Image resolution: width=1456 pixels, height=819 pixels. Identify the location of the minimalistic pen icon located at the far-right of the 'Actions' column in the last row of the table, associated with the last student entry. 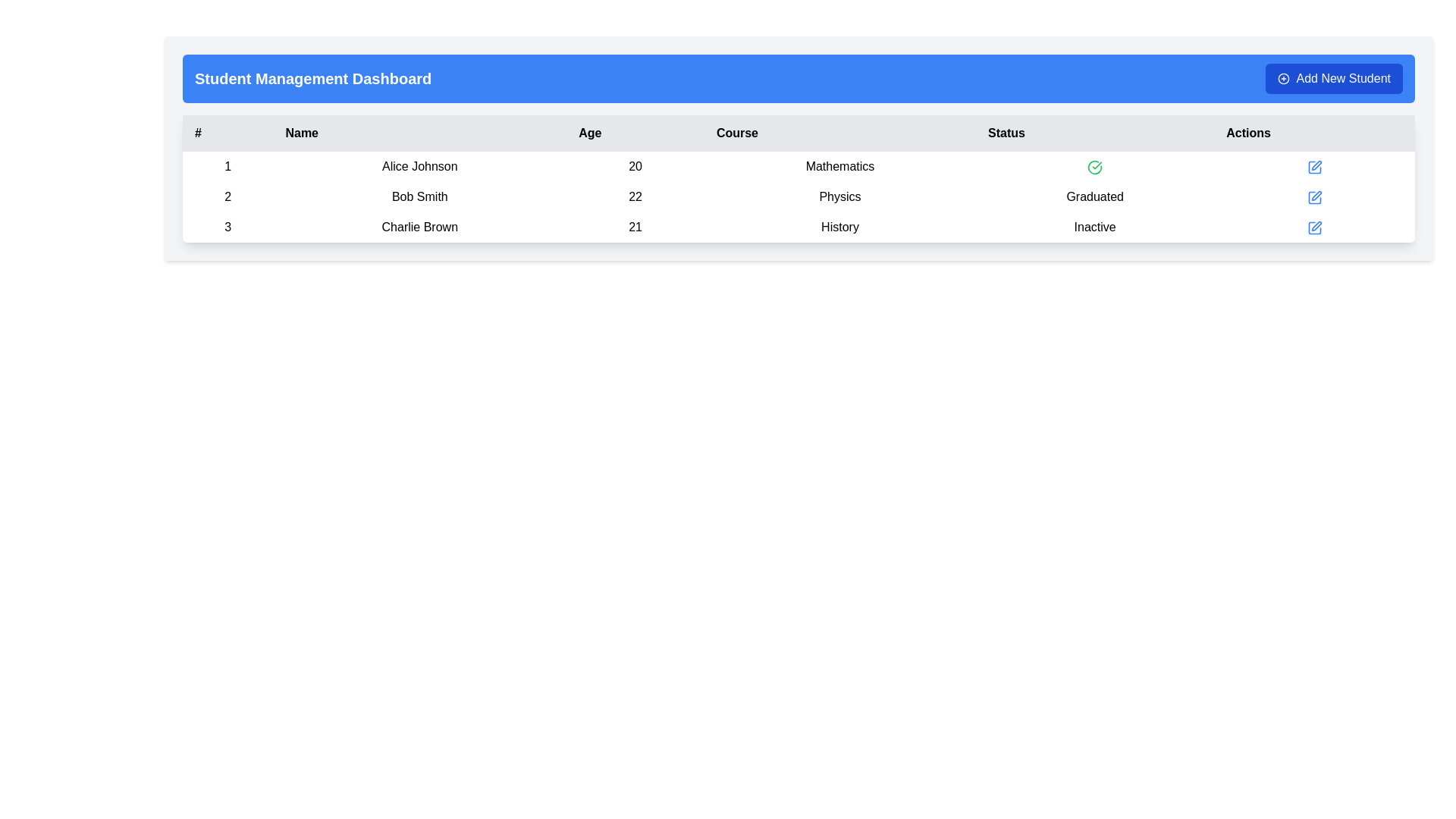
(1316, 226).